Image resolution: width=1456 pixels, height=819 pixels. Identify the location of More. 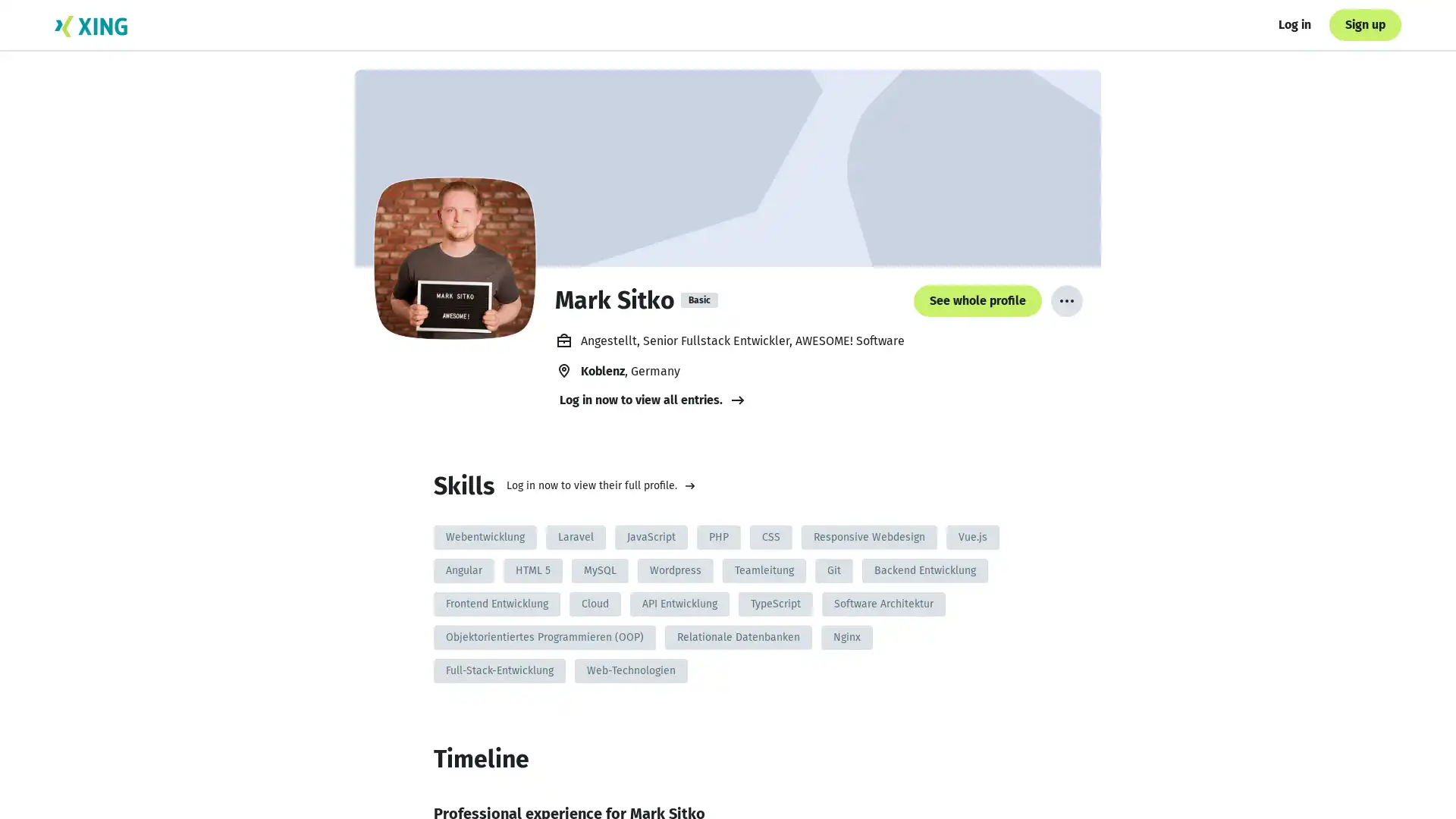
(1065, 301).